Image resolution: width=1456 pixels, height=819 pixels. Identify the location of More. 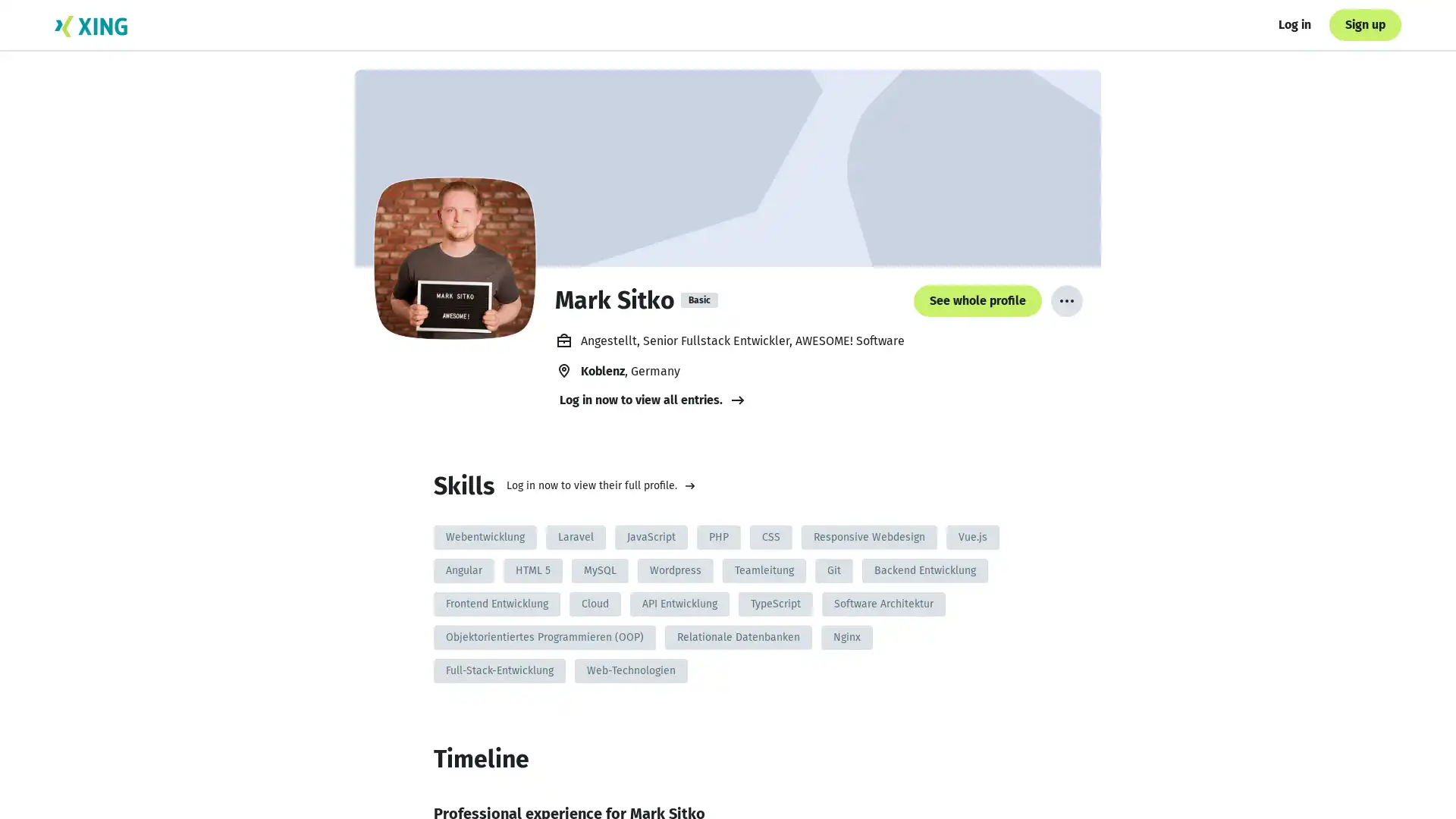
(1065, 301).